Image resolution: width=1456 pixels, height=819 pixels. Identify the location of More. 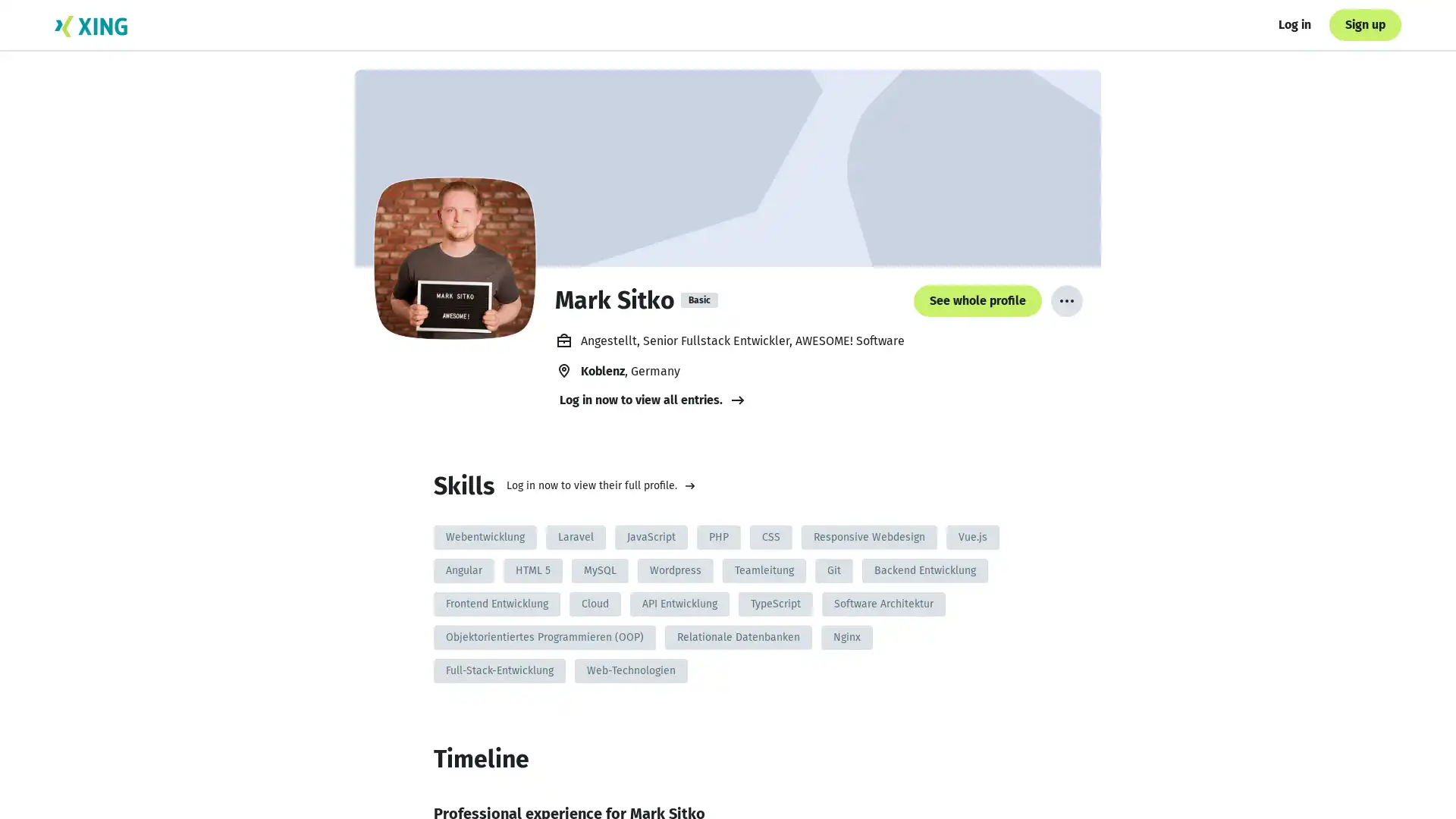
(1065, 301).